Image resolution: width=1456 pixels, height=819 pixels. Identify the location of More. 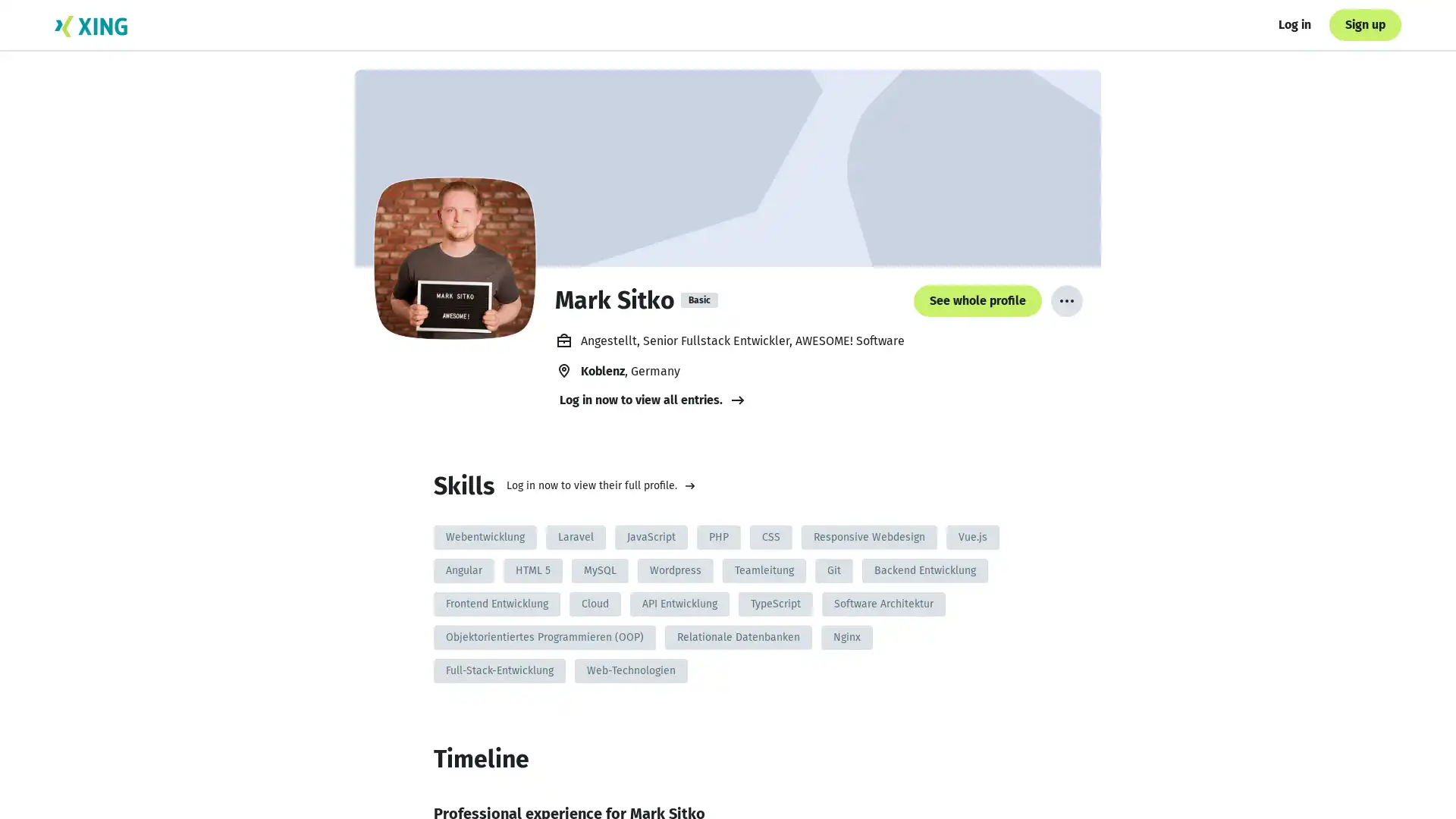
(1065, 301).